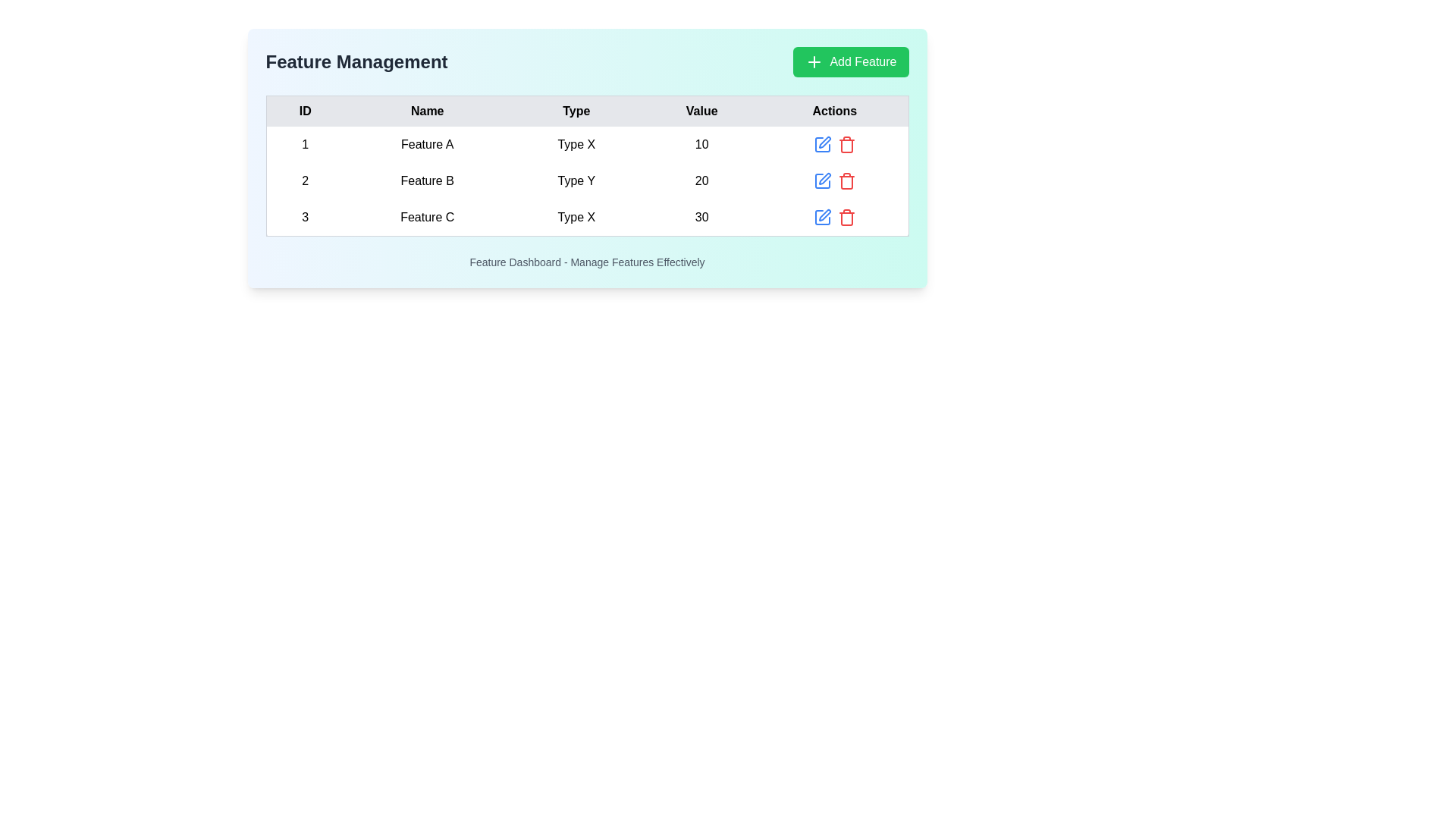 Image resolution: width=1456 pixels, height=819 pixels. Describe the element at coordinates (586, 110) in the screenshot. I see `the 'Type' header cell in the table, which is the third cell in the header row, identifying the 'Type' column` at that location.